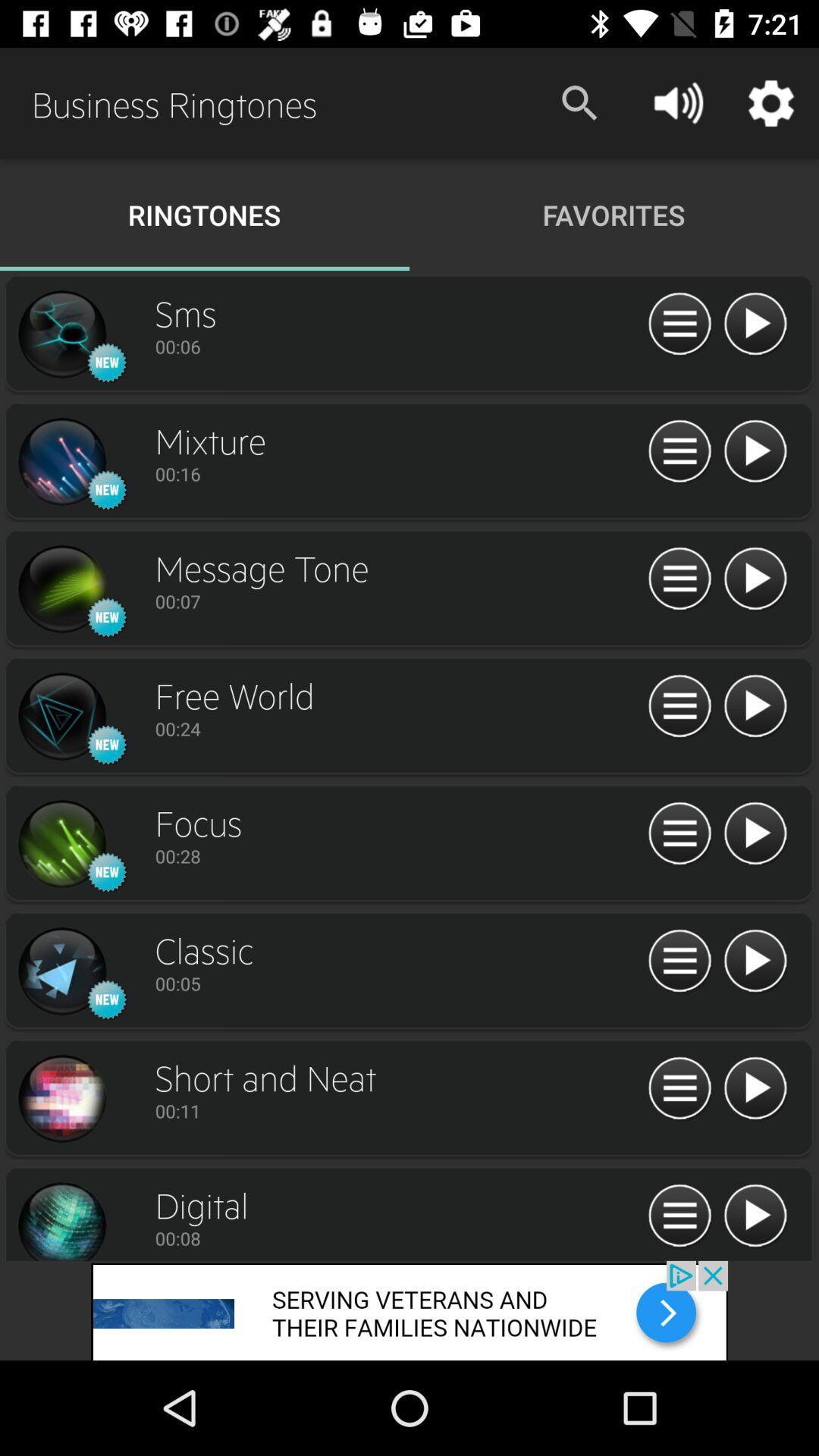  What do you see at coordinates (61, 1219) in the screenshot?
I see `click the digital app` at bounding box center [61, 1219].